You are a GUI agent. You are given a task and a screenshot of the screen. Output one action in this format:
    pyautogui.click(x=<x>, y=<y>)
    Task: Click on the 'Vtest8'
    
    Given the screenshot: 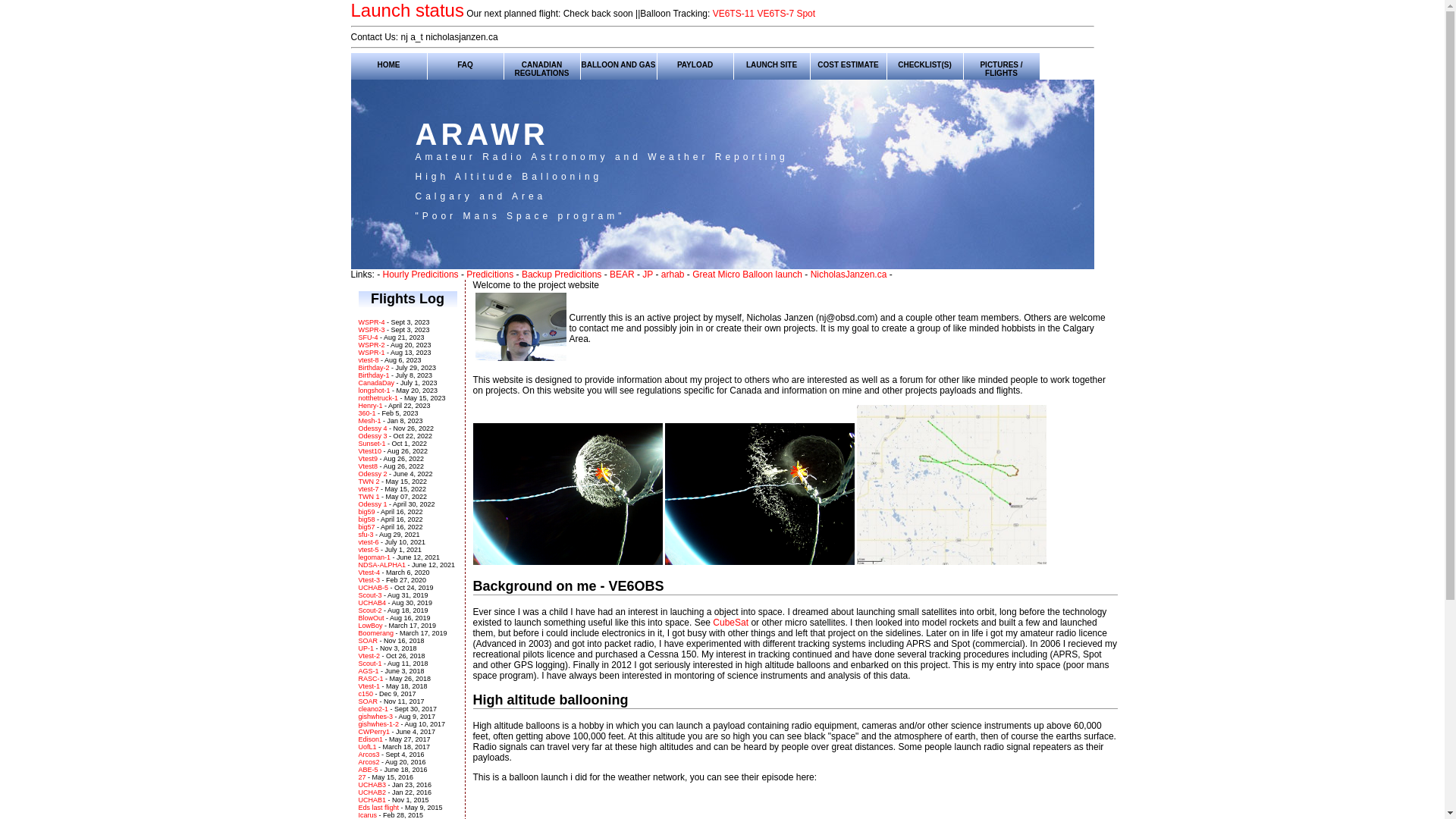 What is the action you would take?
    pyautogui.click(x=367, y=465)
    